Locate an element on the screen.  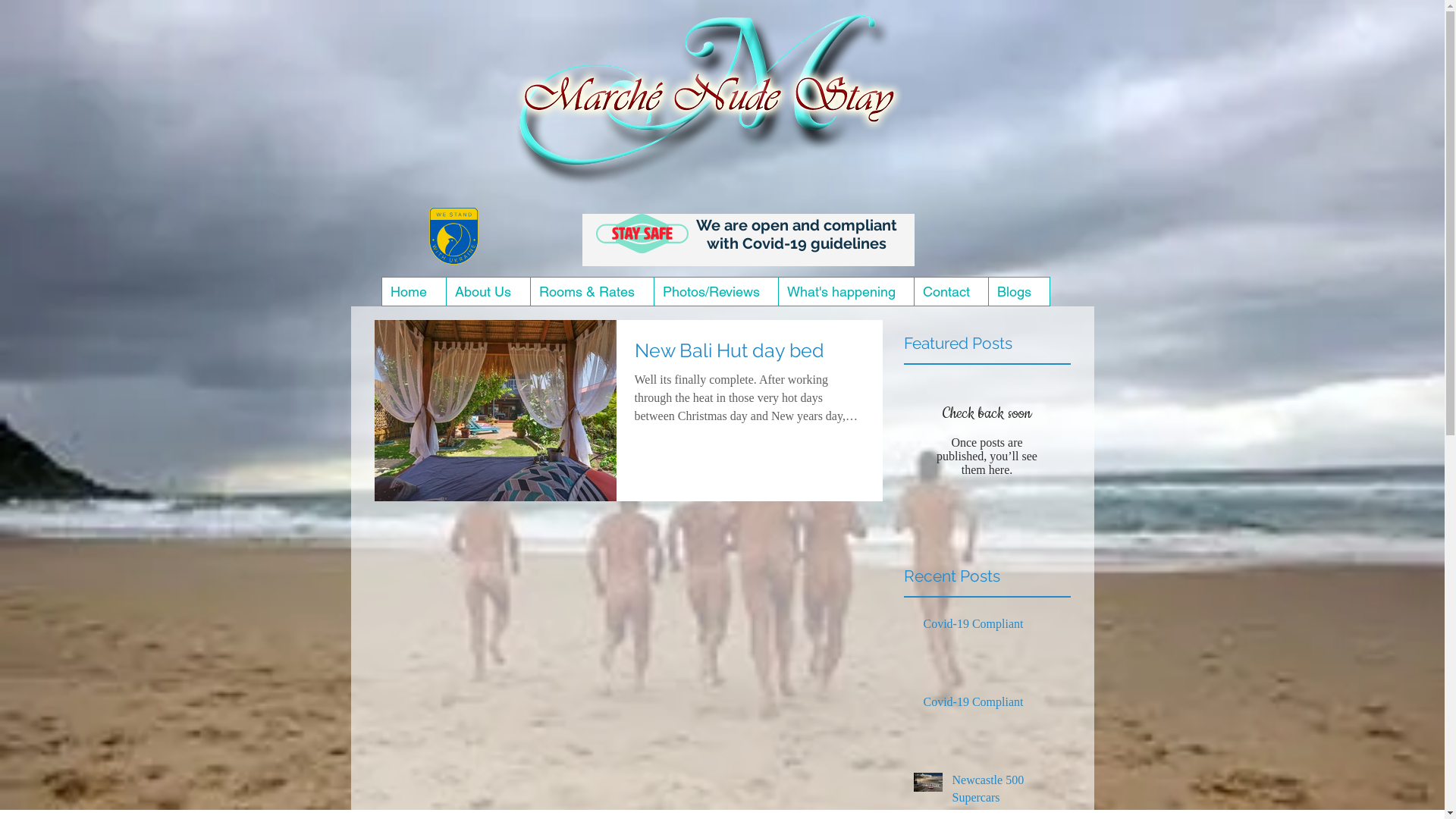
'Covid-19 Compliant' is located at coordinates (993, 626).